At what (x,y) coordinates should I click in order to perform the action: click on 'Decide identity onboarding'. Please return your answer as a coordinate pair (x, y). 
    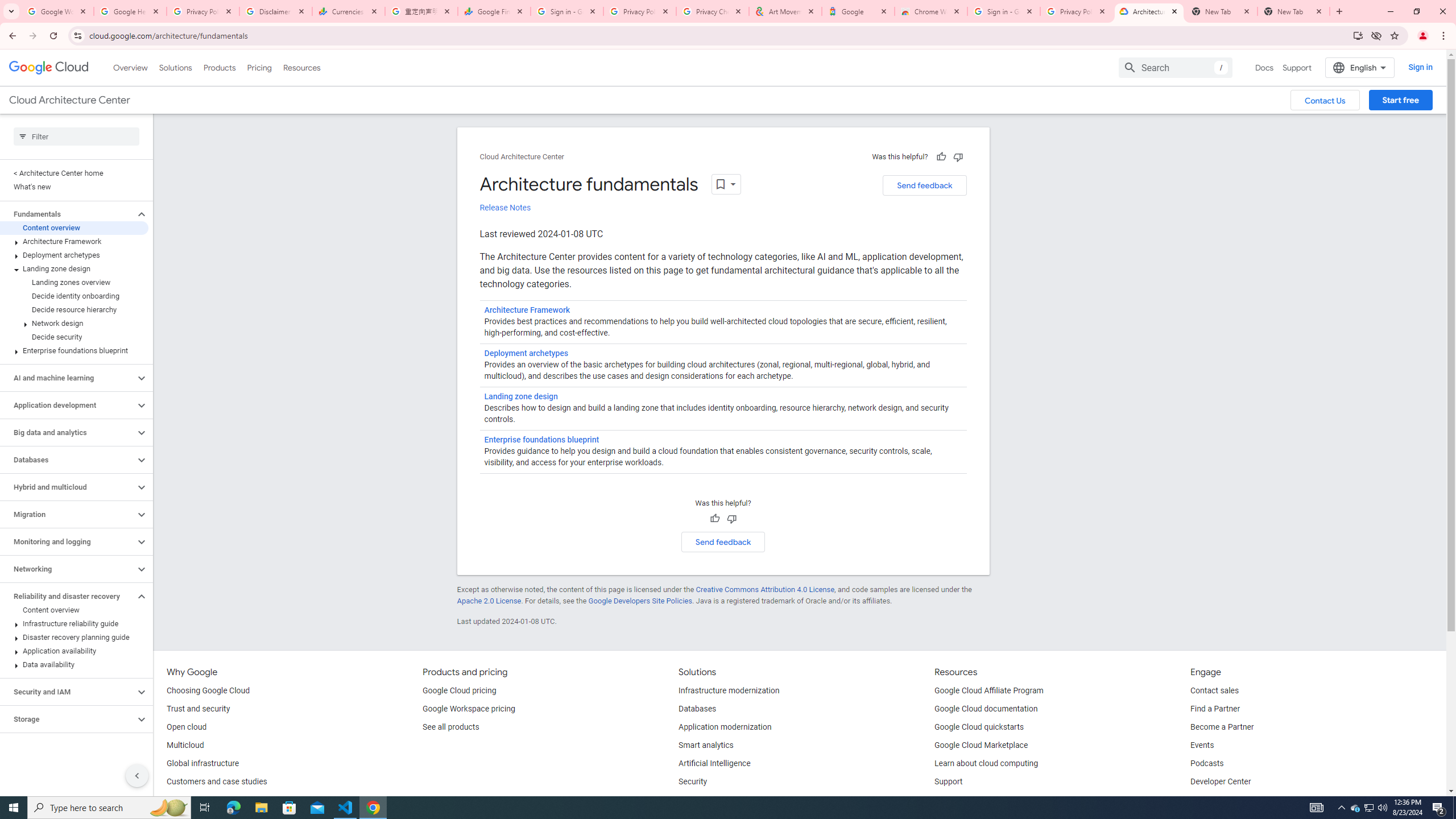
    Looking at the image, I should click on (74, 296).